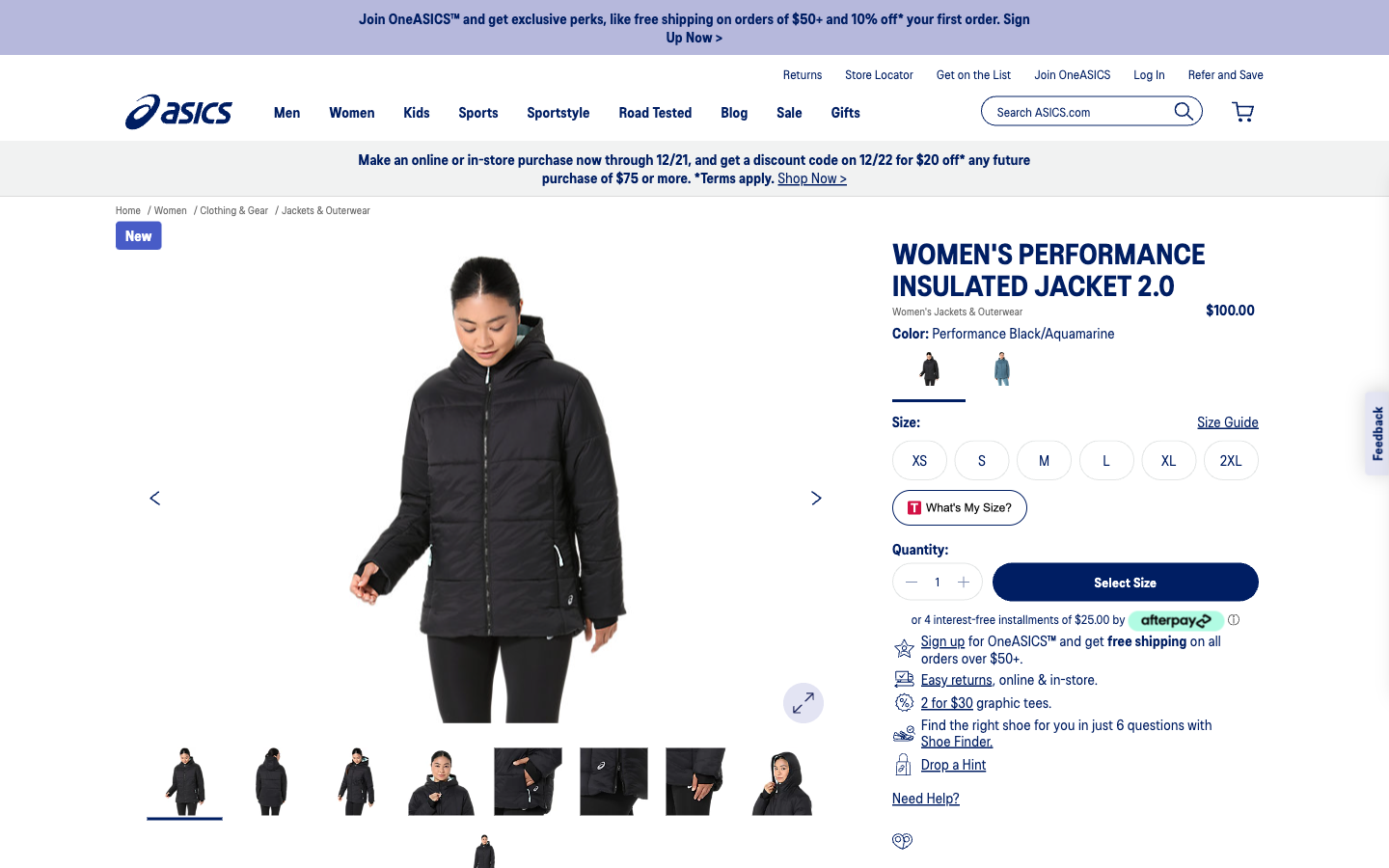 The width and height of the screenshot is (1389, 868). I want to click on Increase the photo size for better visibility of the garments, so click(803, 702).